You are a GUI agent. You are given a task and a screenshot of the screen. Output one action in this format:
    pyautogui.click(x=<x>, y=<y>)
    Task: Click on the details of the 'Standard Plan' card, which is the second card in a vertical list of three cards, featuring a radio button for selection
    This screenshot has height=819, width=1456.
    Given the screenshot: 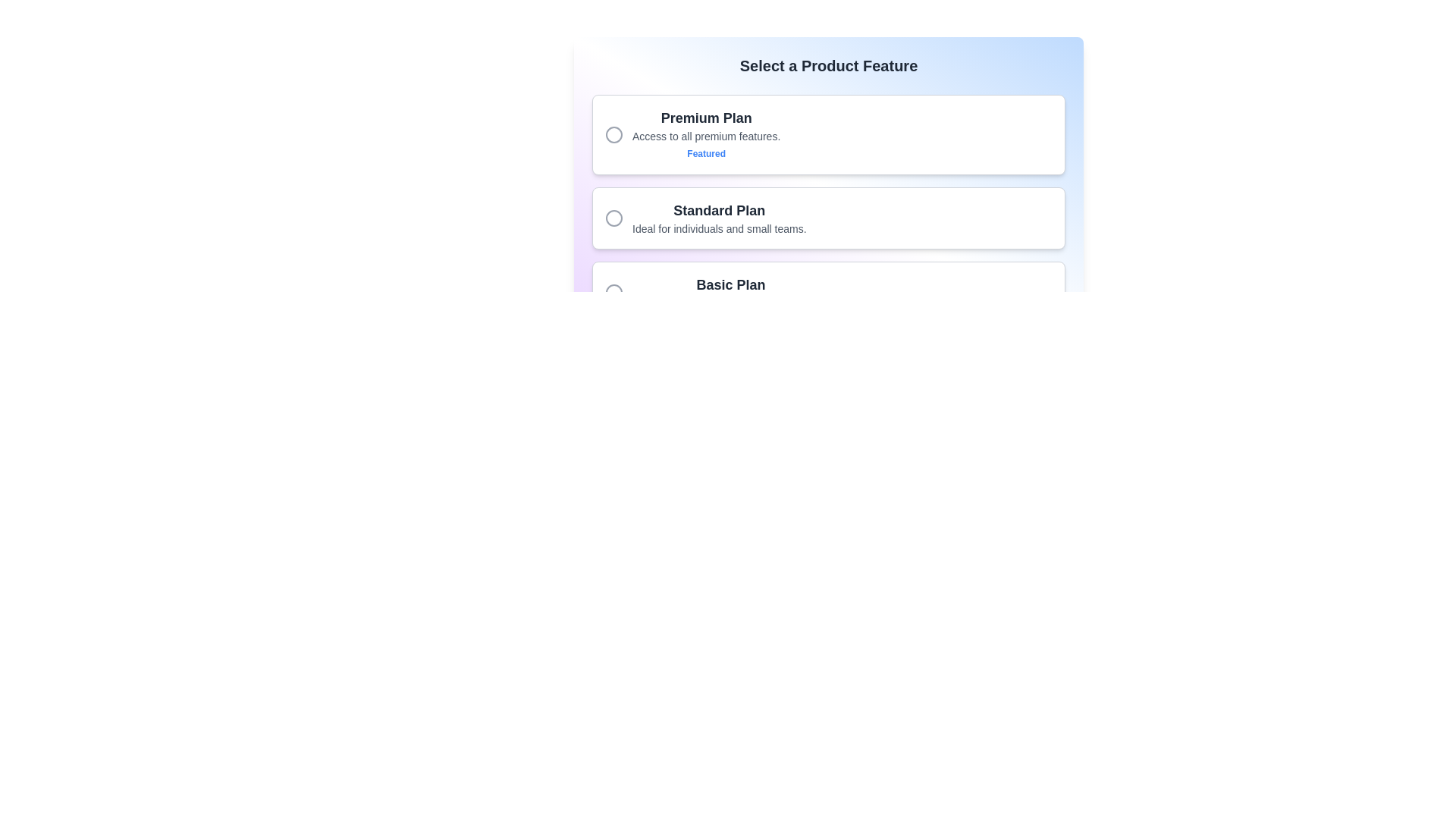 What is the action you would take?
    pyautogui.click(x=828, y=218)
    